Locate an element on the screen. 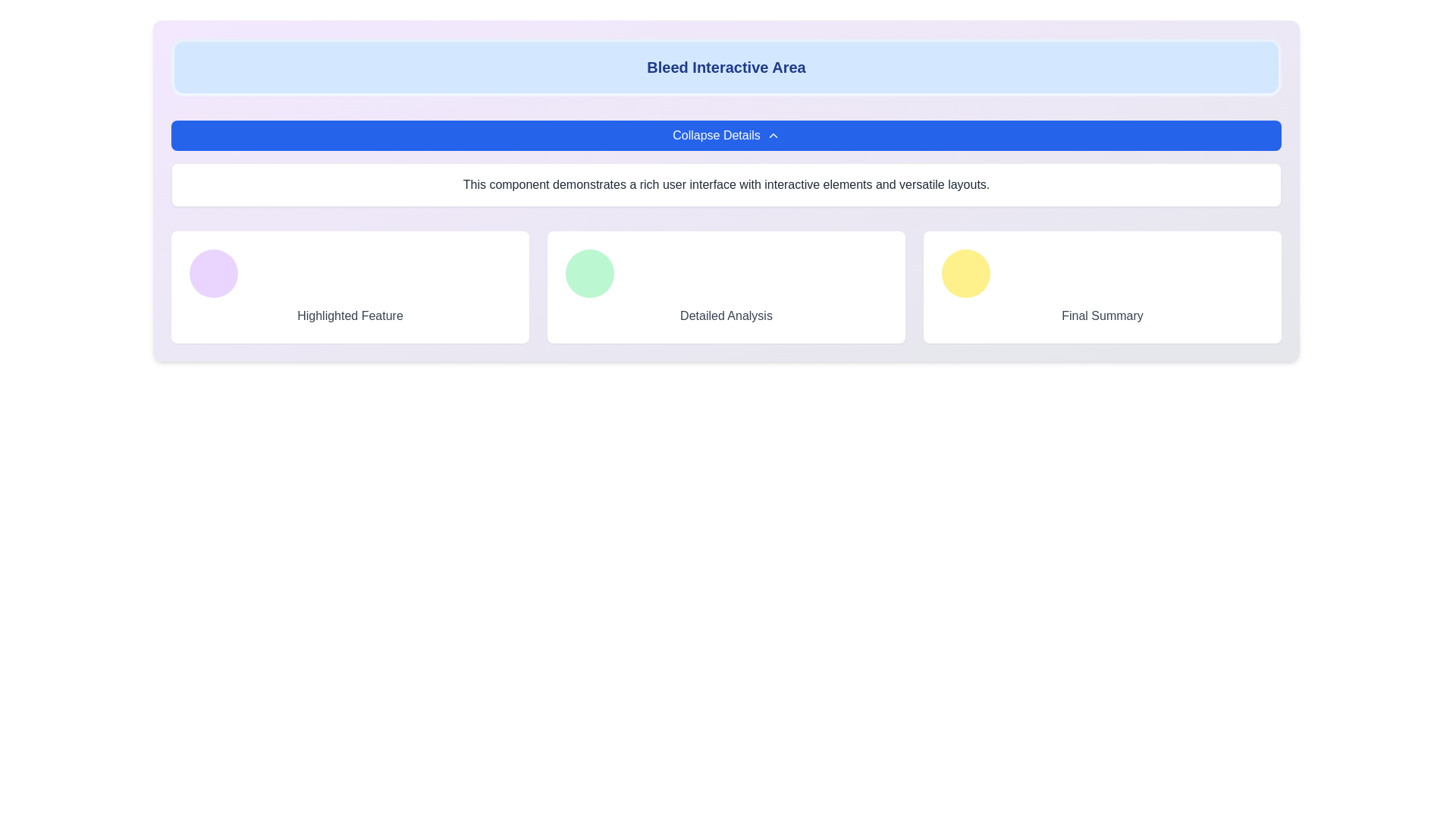  changes in the state of the upward-facing chevron icon, which is part of the 'Collapse Details' button, located to the right of the label text is located at coordinates (773, 134).